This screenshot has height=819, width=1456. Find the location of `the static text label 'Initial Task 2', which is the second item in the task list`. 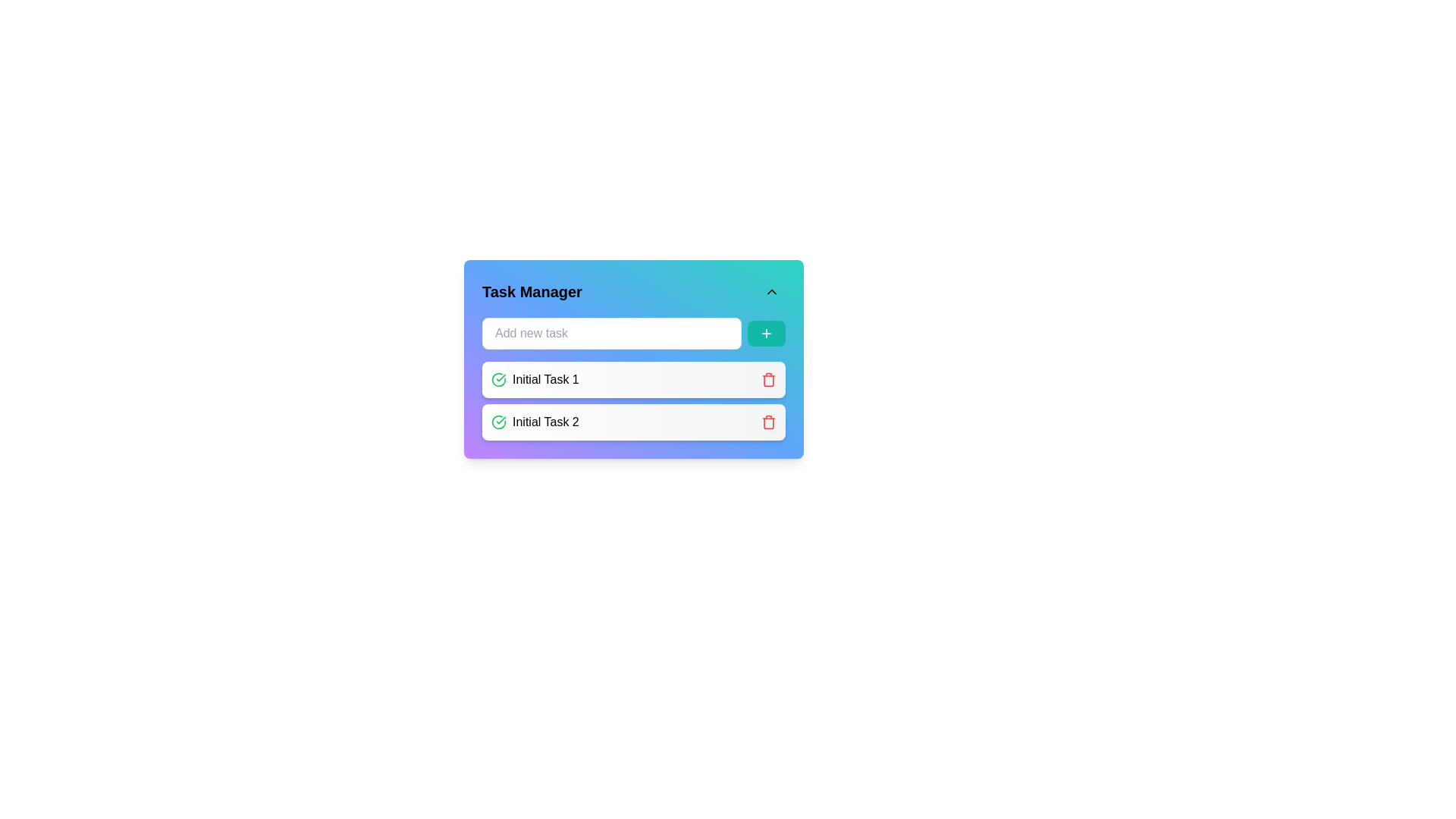

the static text label 'Initial Task 2', which is the second item in the task list is located at coordinates (545, 422).